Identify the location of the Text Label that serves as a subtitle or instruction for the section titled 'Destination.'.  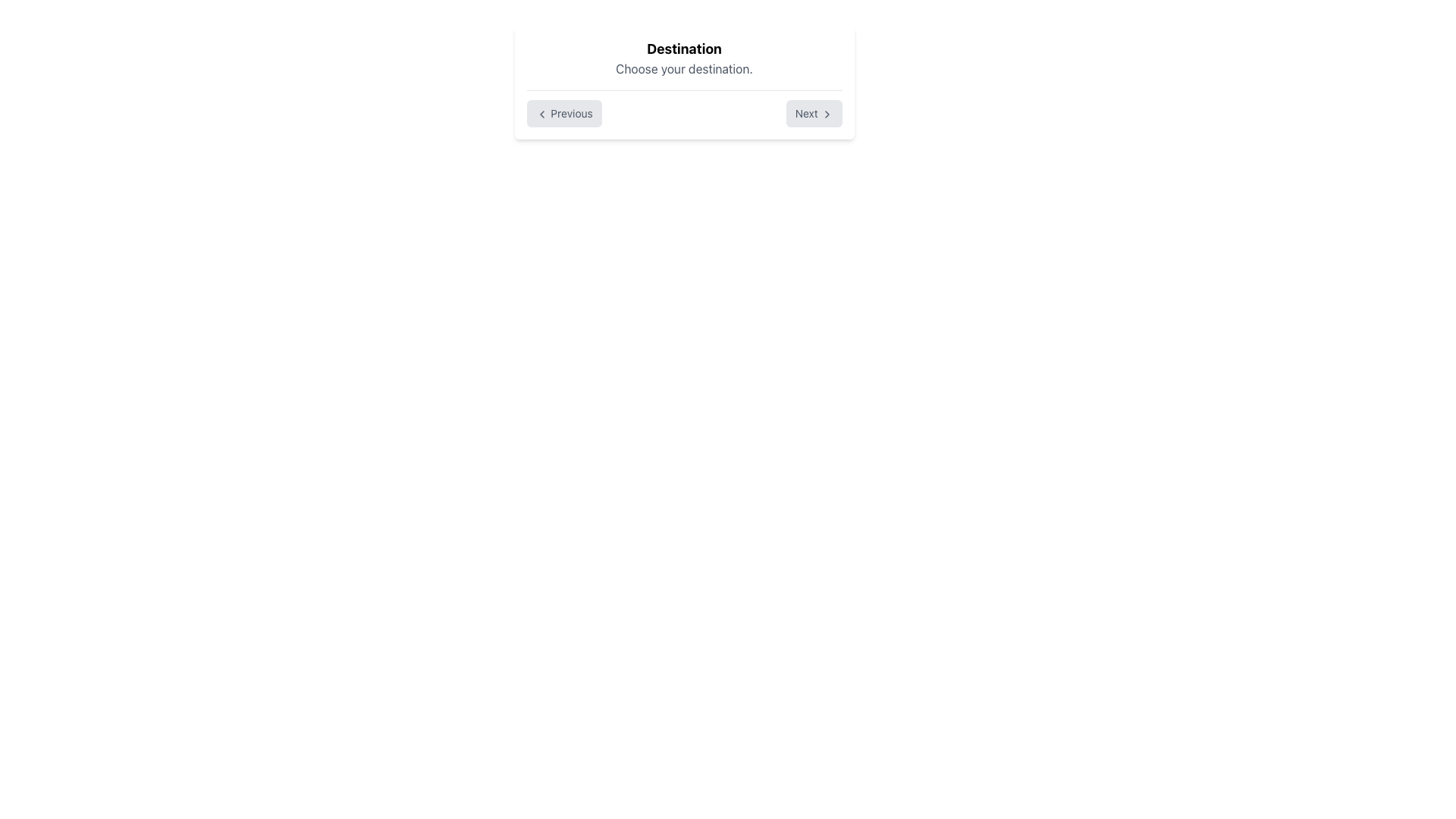
(683, 69).